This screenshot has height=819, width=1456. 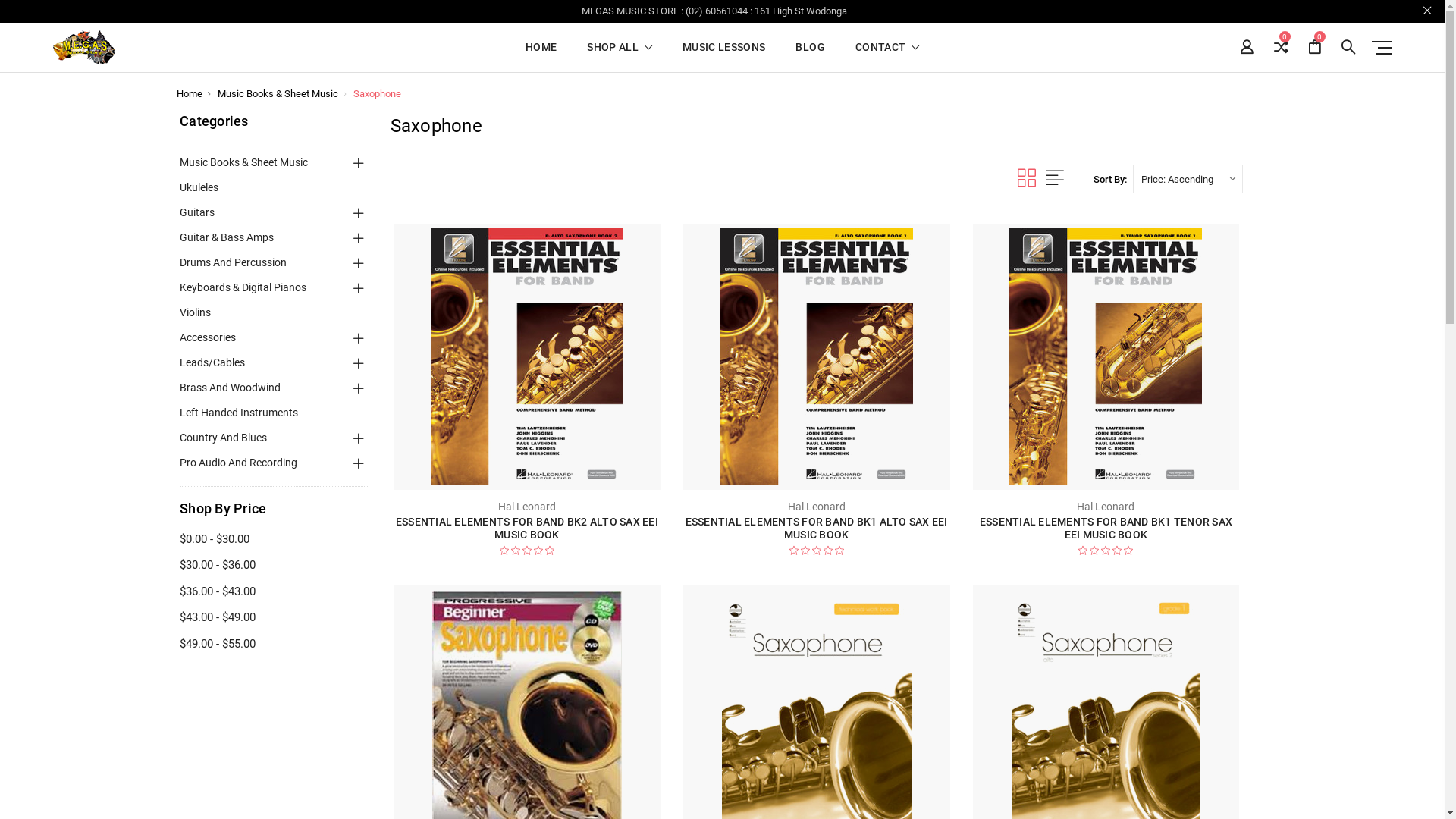 I want to click on '$30.00 - $36.00', so click(x=273, y=565).